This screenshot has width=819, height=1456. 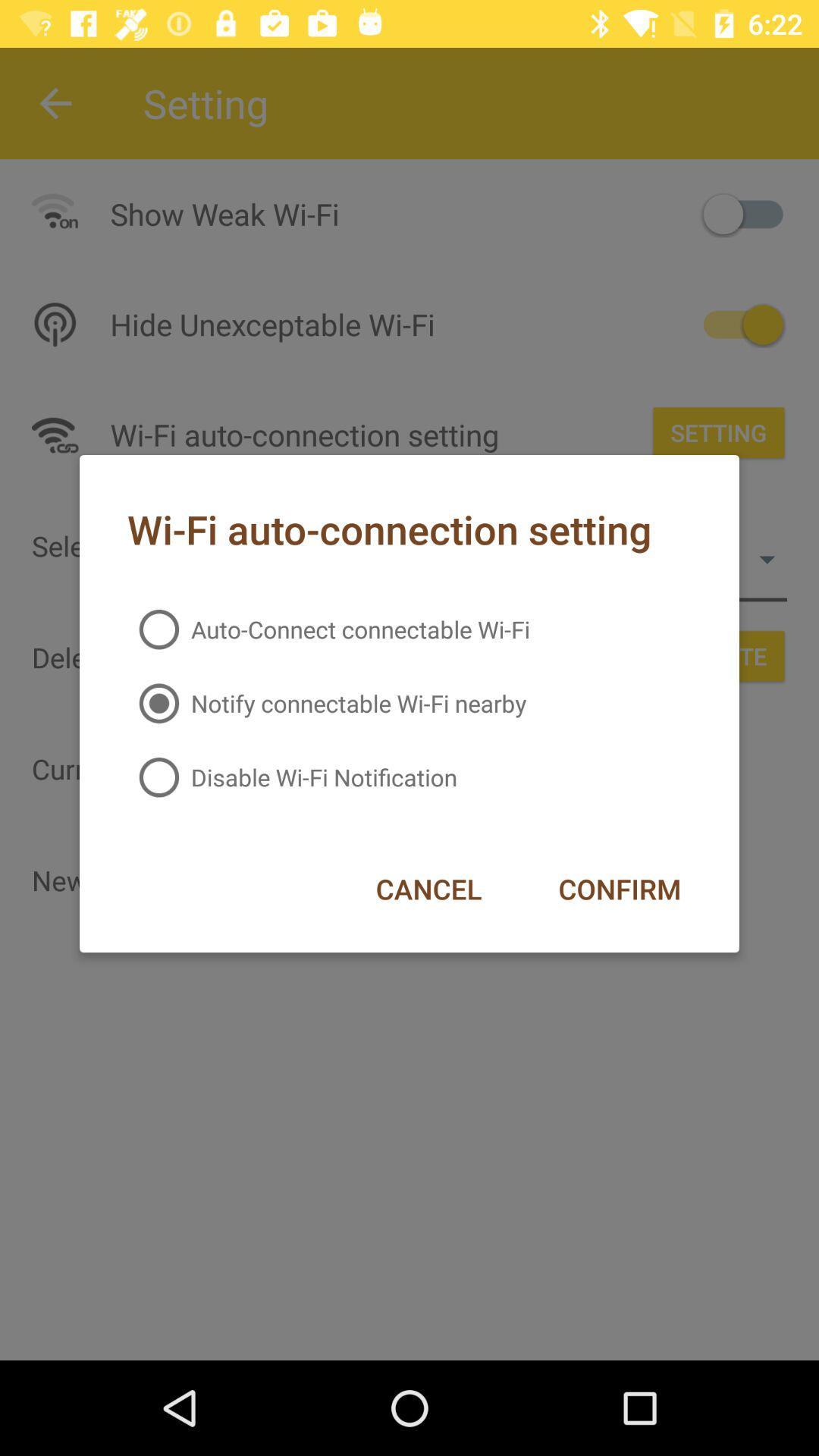 What do you see at coordinates (328, 629) in the screenshot?
I see `item above the notify connectable wi` at bounding box center [328, 629].